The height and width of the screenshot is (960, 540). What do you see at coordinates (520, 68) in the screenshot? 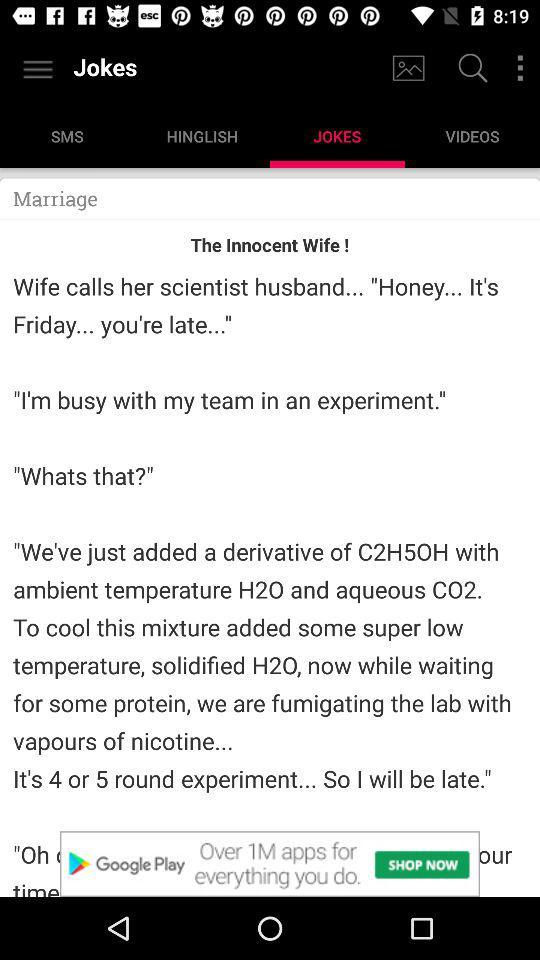
I see `filters` at bounding box center [520, 68].